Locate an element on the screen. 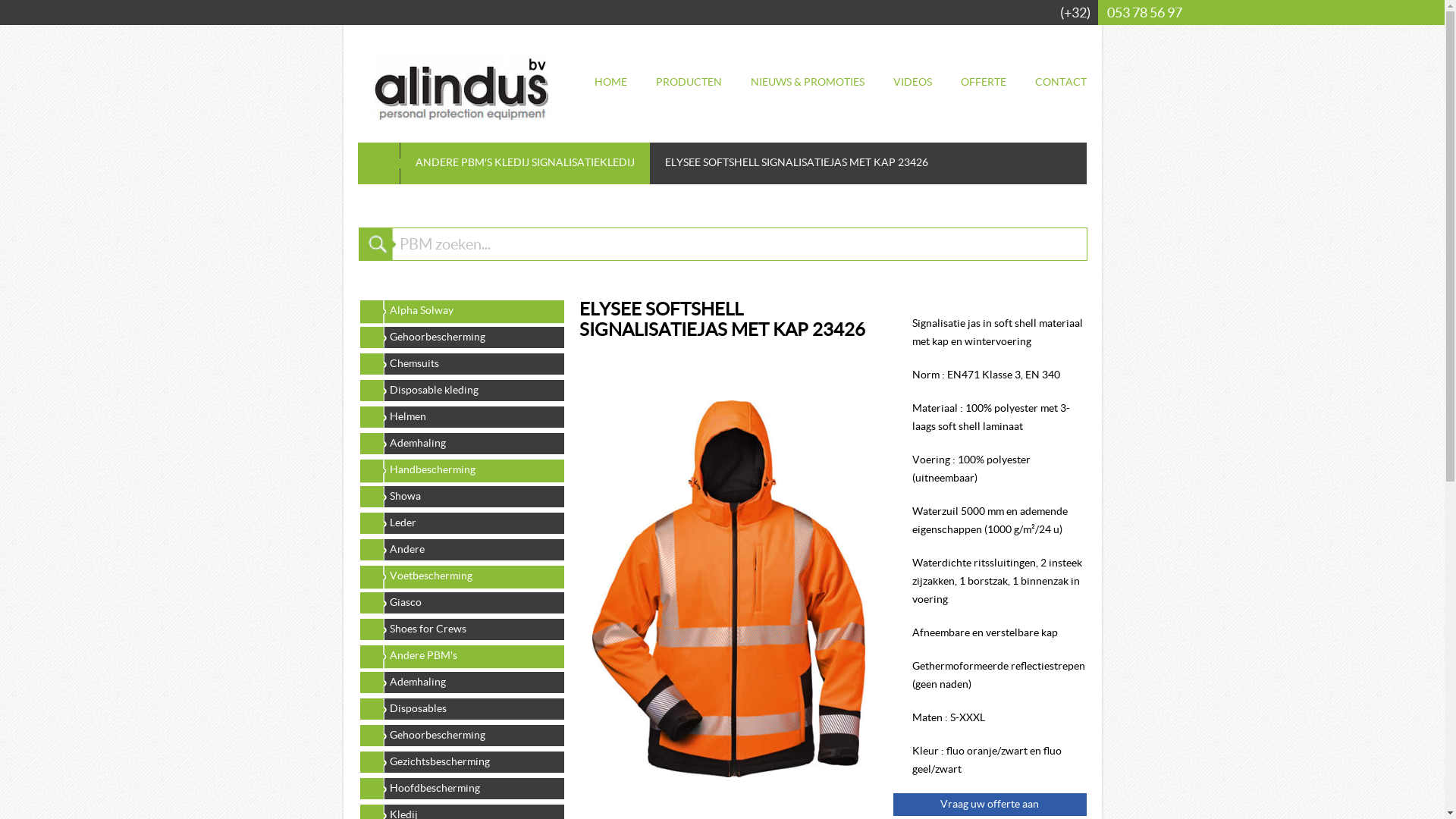 The width and height of the screenshot is (1456, 819). 'OFFERTE' is located at coordinates (983, 82).